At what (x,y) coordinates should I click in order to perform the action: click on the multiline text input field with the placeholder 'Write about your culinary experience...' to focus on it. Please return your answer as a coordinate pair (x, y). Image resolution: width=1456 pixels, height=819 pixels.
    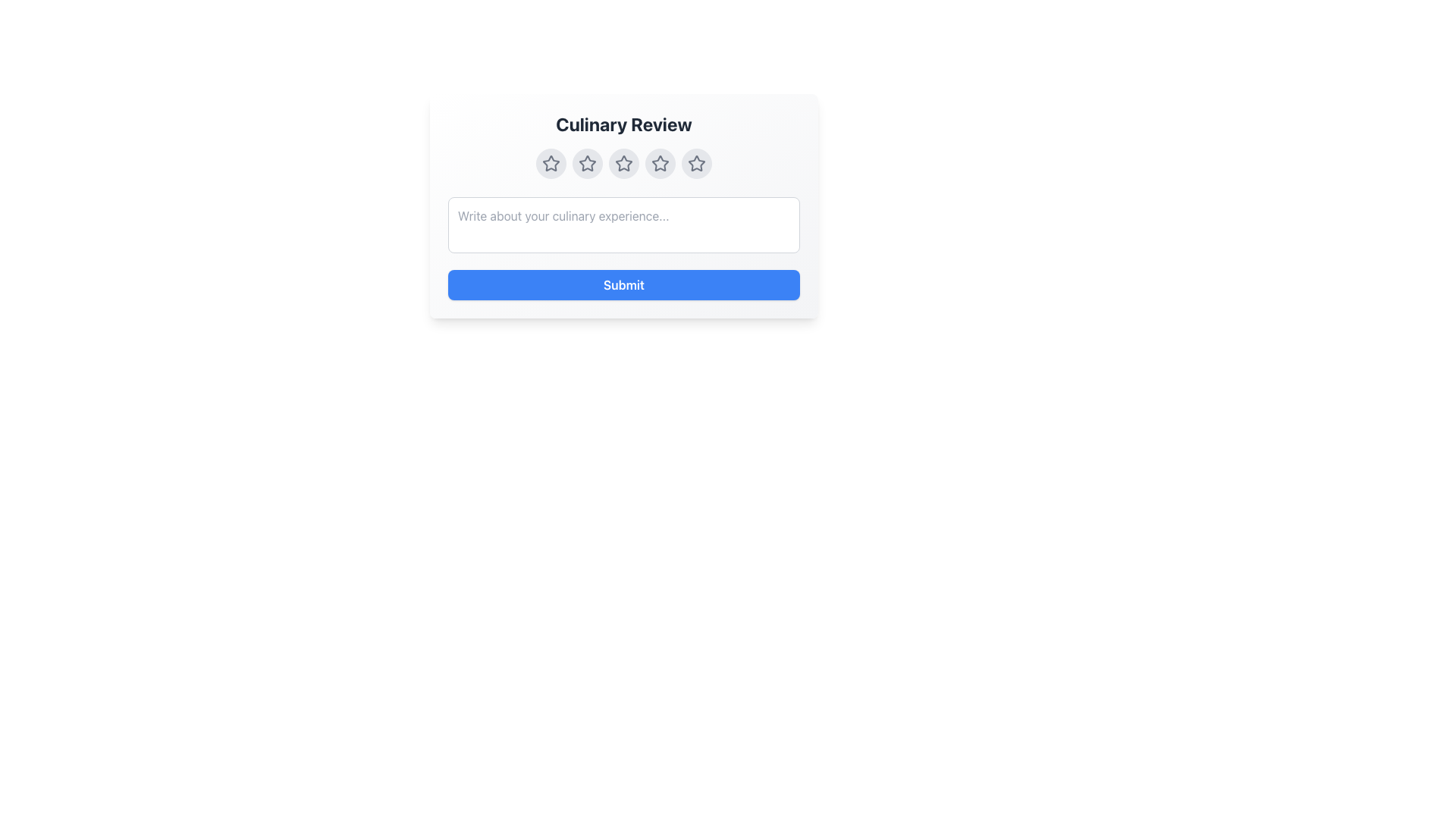
    Looking at the image, I should click on (623, 225).